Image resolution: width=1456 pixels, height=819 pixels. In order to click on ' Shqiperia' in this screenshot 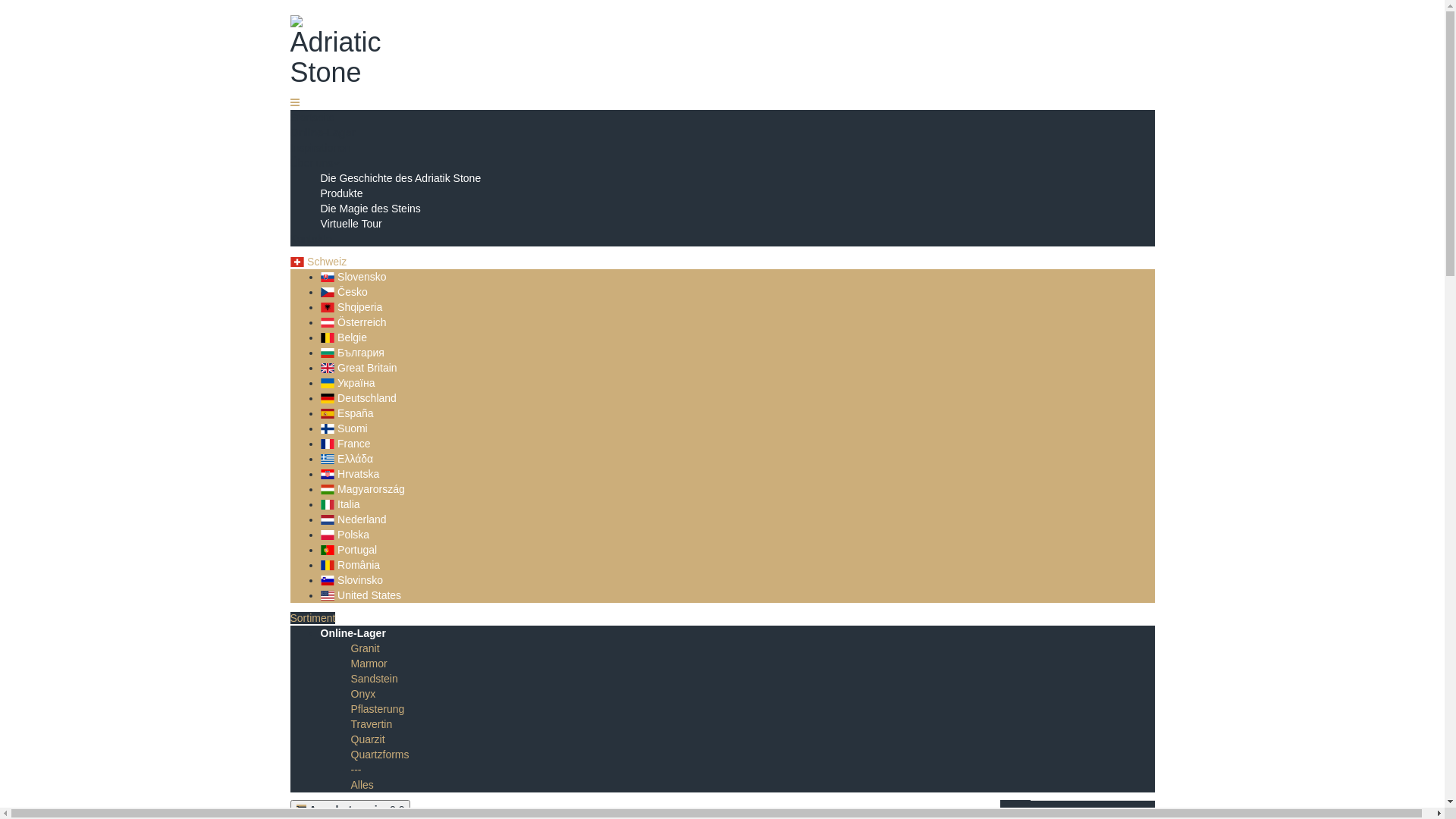, I will do `click(350, 307)`.